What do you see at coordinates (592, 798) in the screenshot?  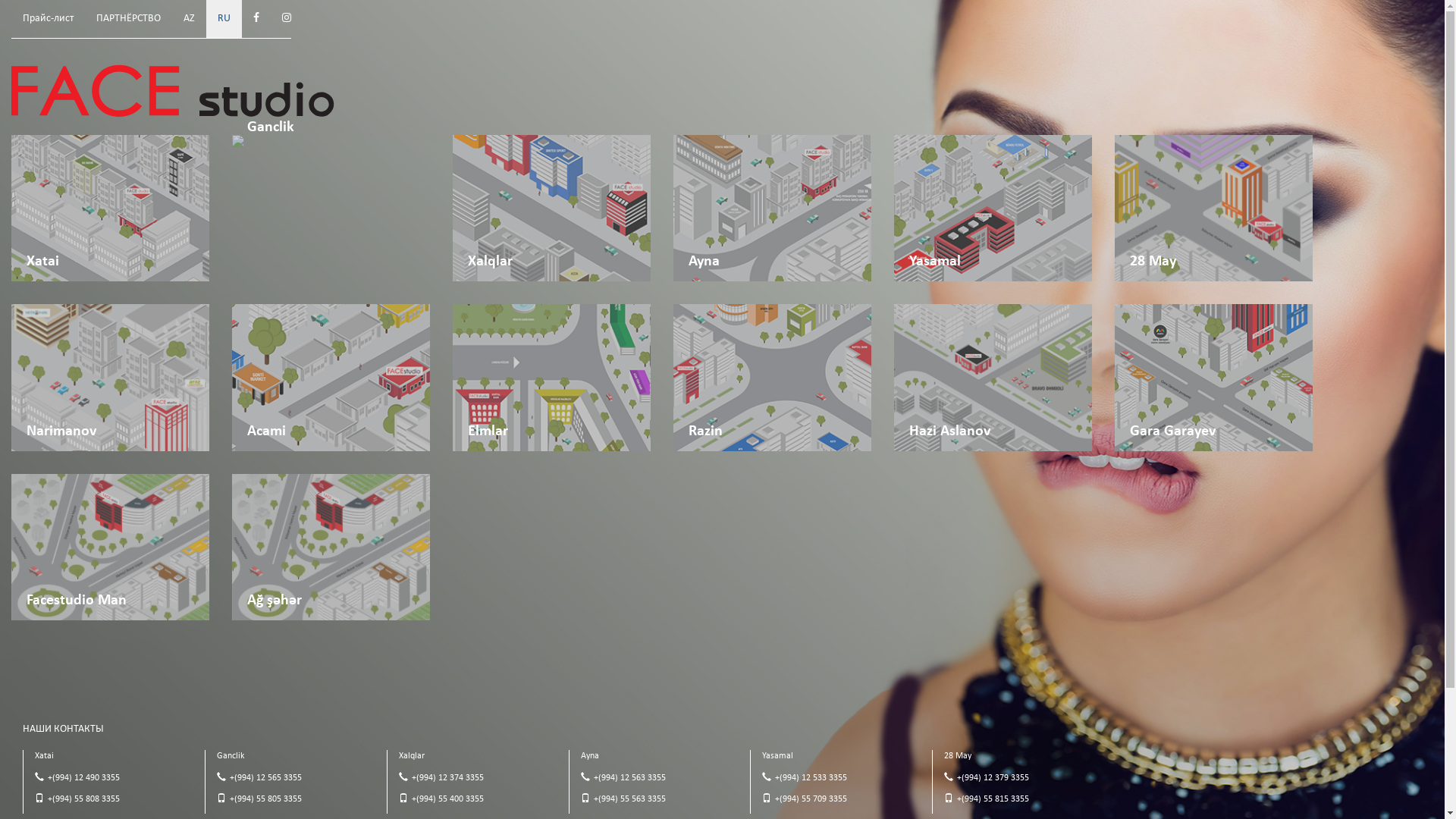 I see `'+(994) 55 563 3355'` at bounding box center [592, 798].